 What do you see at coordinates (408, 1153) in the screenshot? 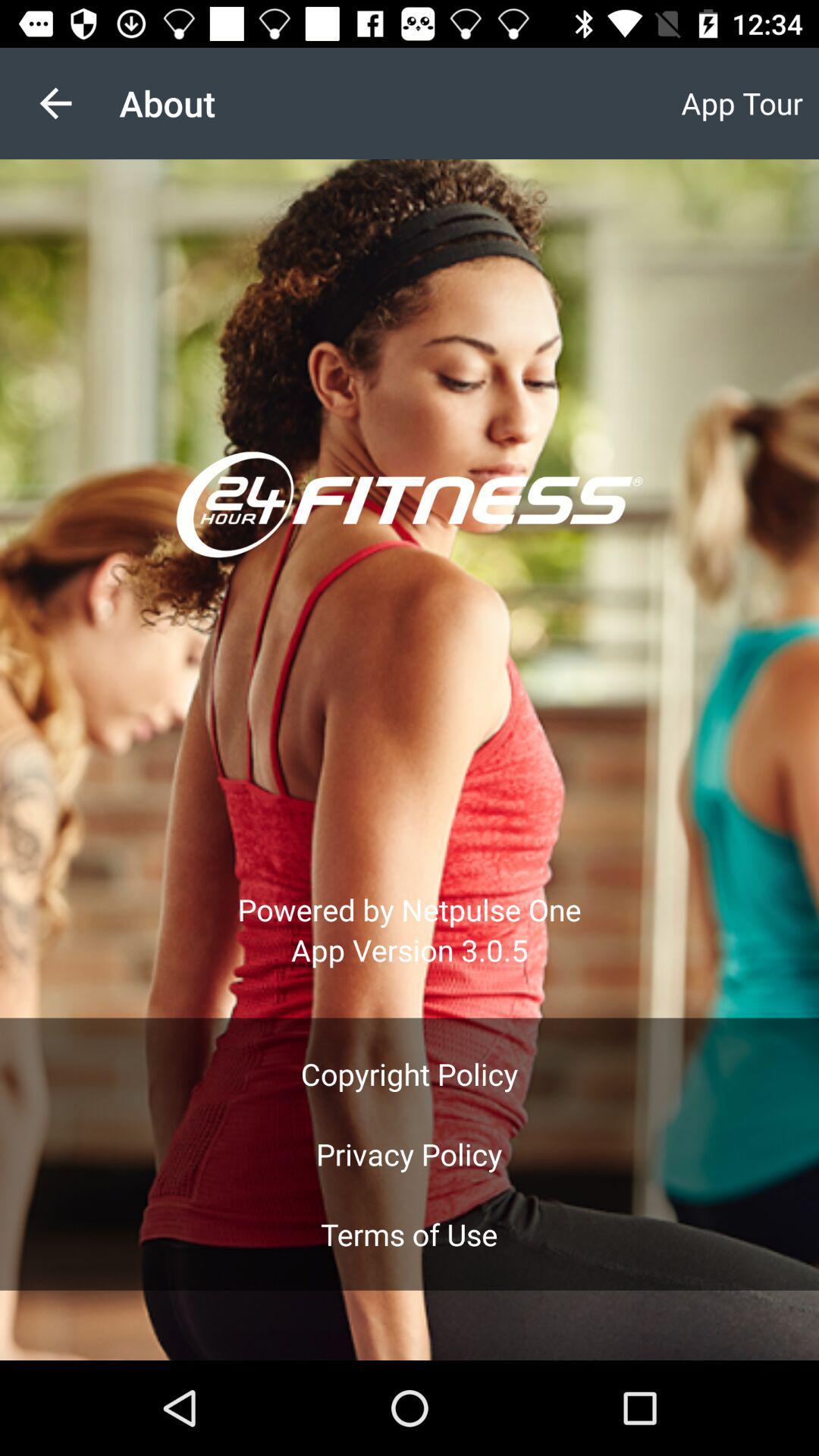
I see `item above terms of use icon` at bounding box center [408, 1153].